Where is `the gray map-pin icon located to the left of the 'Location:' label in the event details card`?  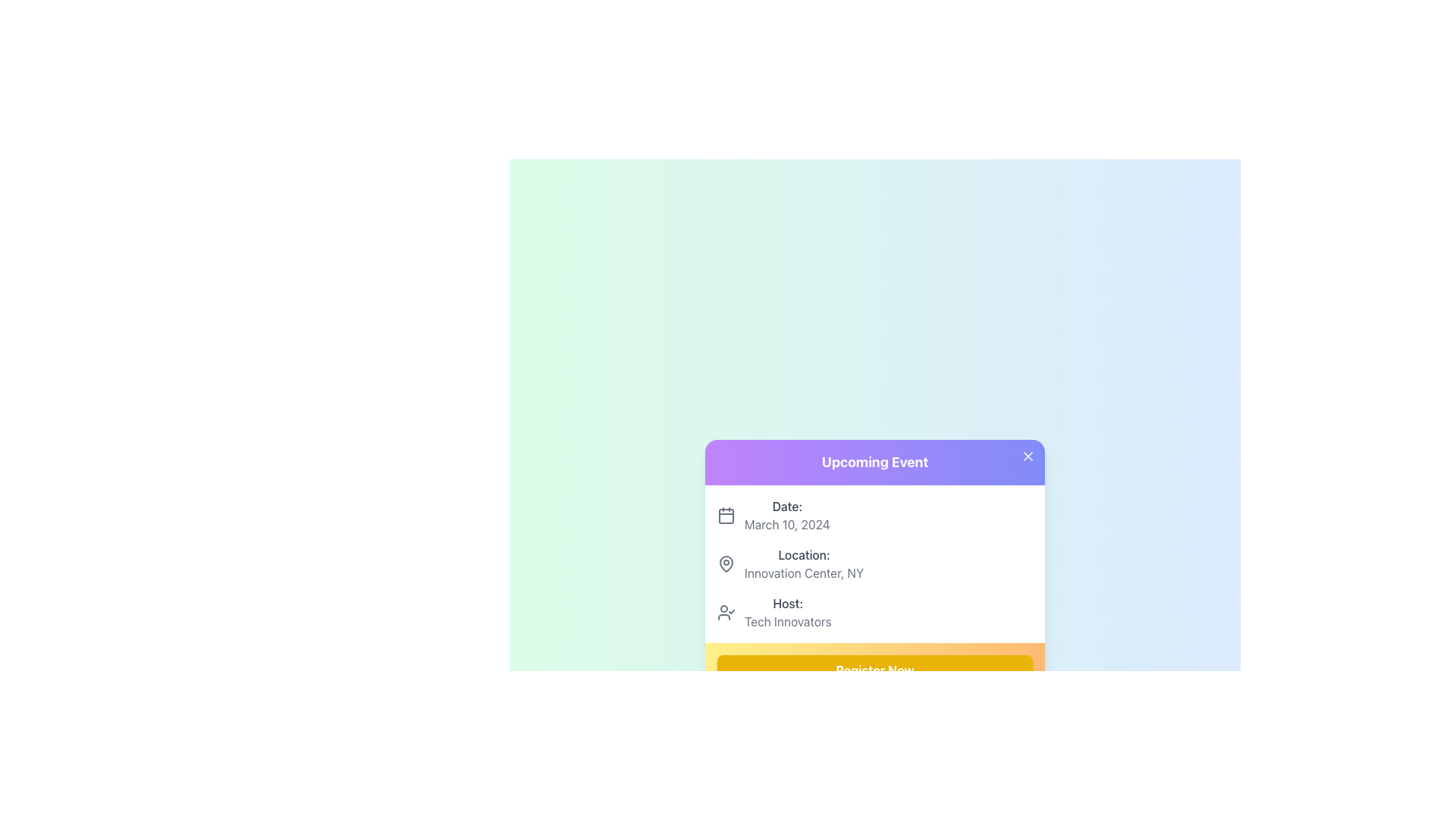 the gray map-pin icon located to the left of the 'Location:' label in the event details card is located at coordinates (726, 564).